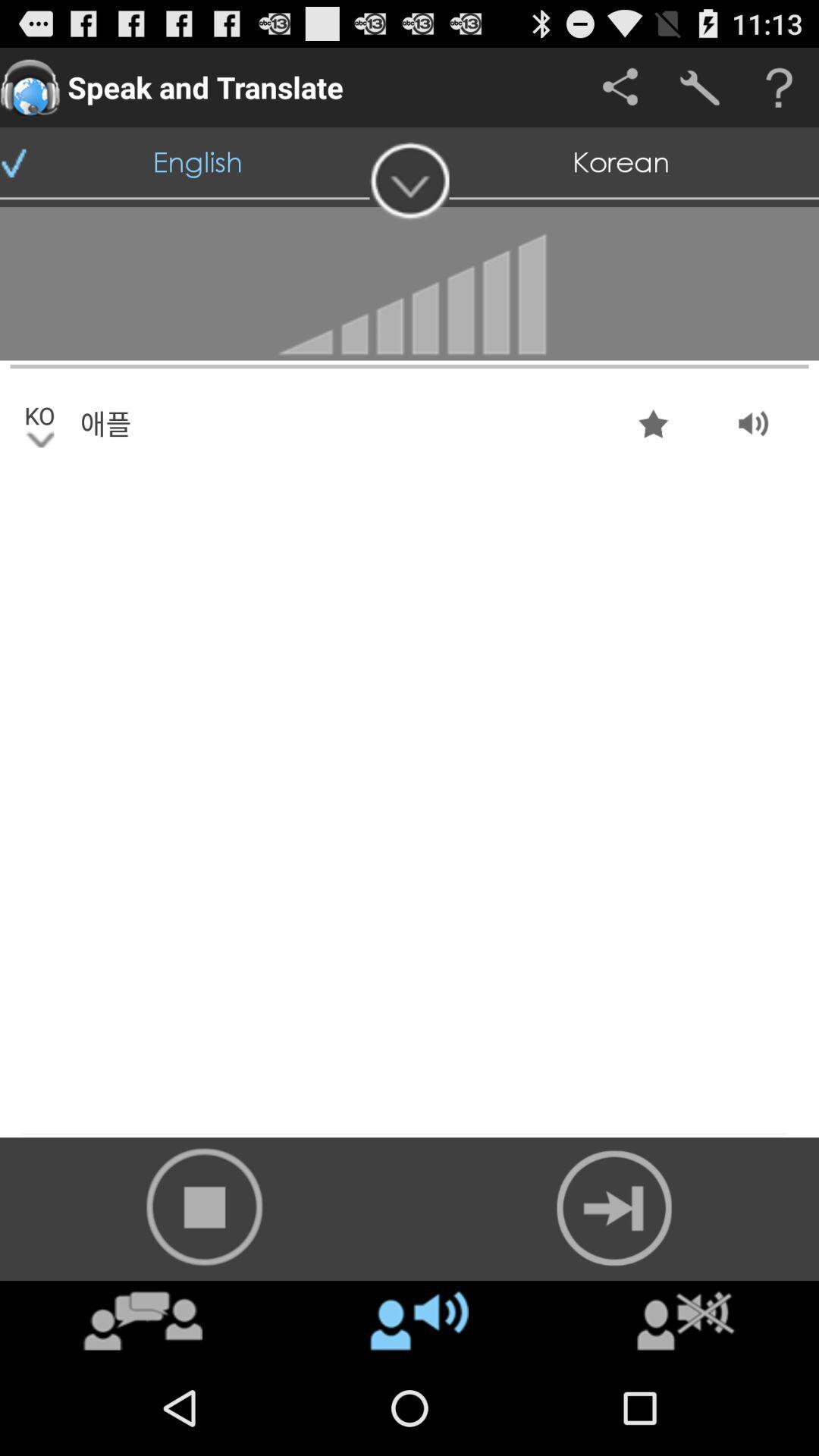  Describe the element at coordinates (620, 86) in the screenshot. I see `share and connect` at that location.